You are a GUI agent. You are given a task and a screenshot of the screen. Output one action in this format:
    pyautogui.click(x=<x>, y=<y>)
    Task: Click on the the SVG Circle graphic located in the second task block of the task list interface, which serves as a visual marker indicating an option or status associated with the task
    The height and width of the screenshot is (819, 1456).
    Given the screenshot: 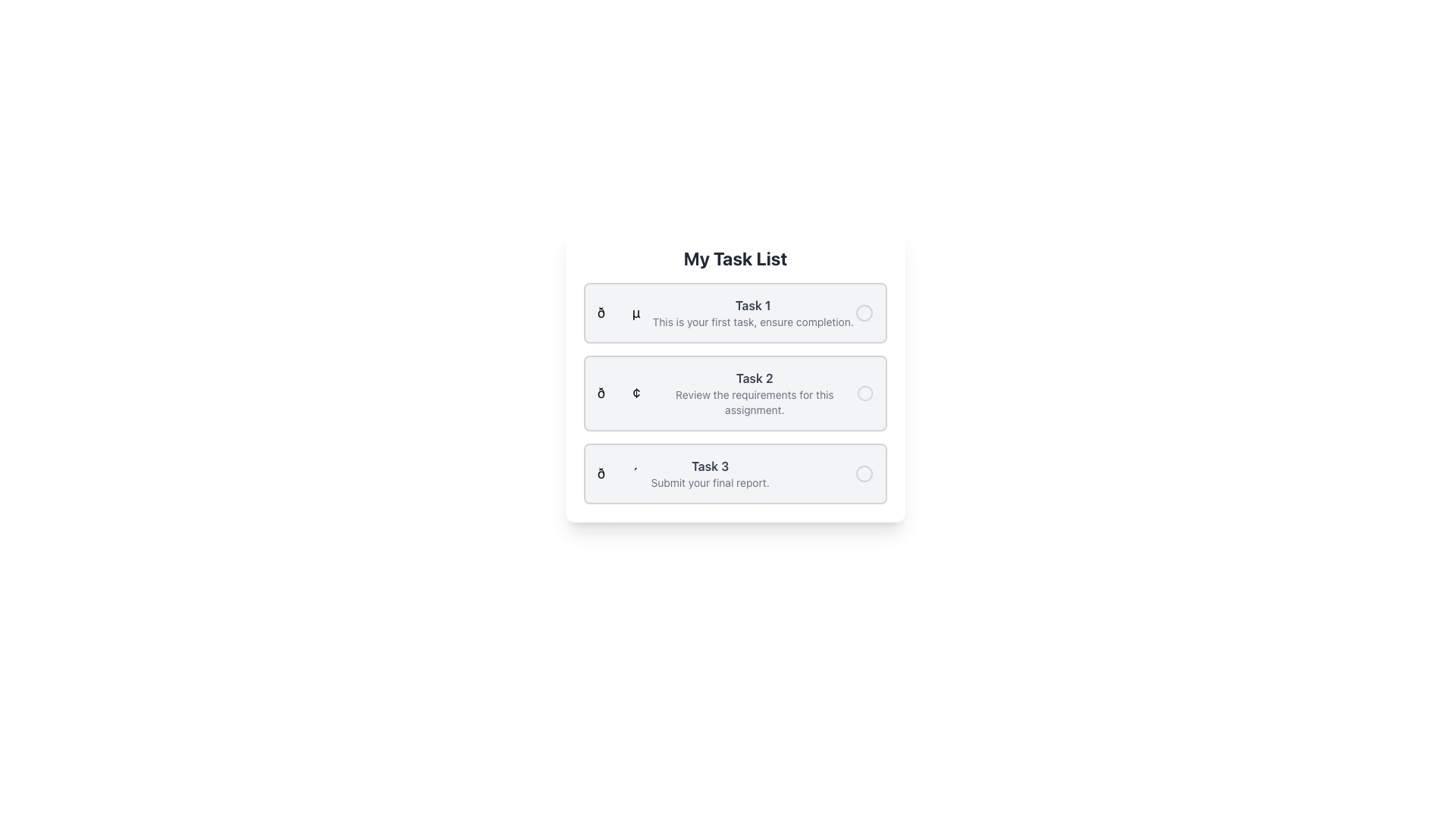 What is the action you would take?
    pyautogui.click(x=864, y=393)
    